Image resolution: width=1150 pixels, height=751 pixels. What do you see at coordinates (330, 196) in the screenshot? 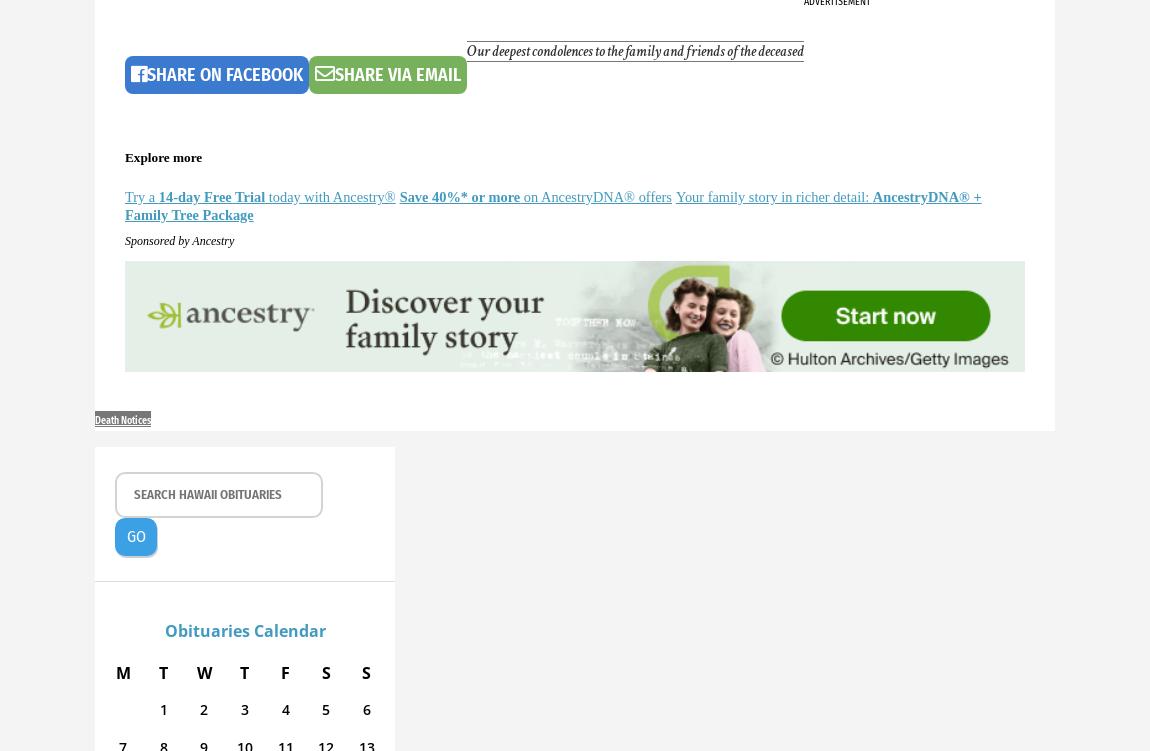
I see `'today with Ancestry®'` at bounding box center [330, 196].